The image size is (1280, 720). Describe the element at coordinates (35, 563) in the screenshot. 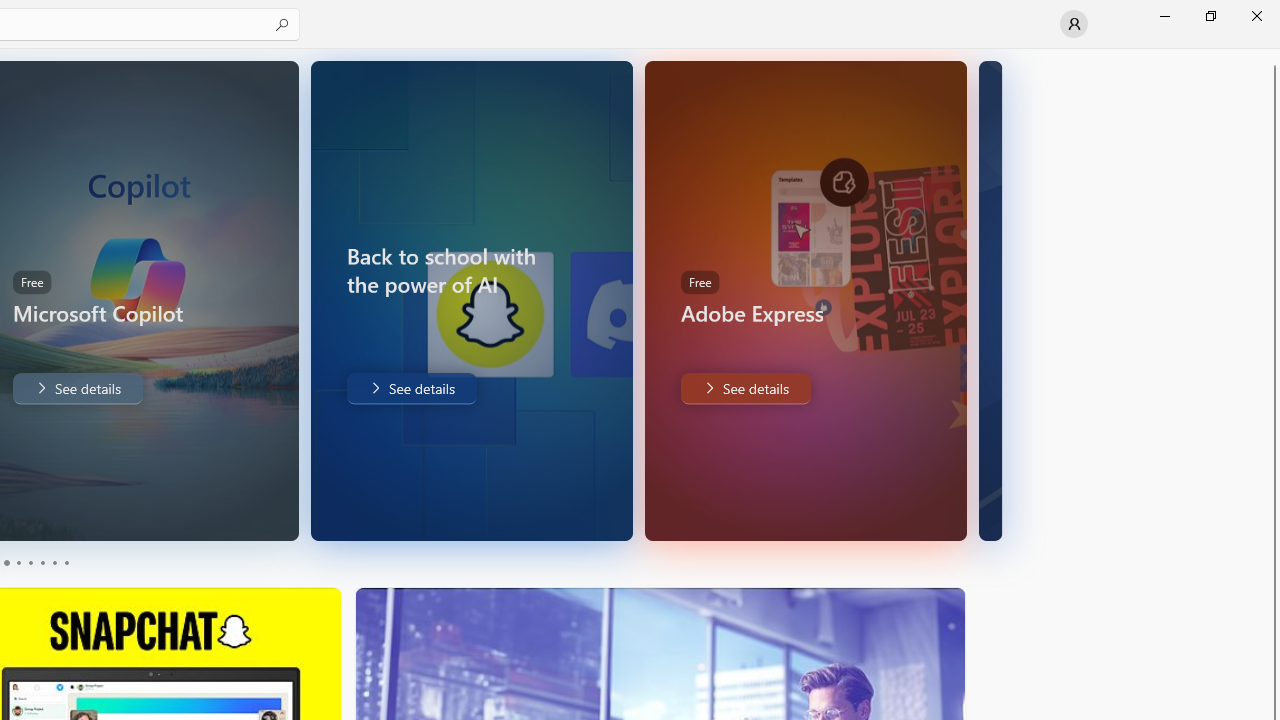

I see `'Pager'` at that location.